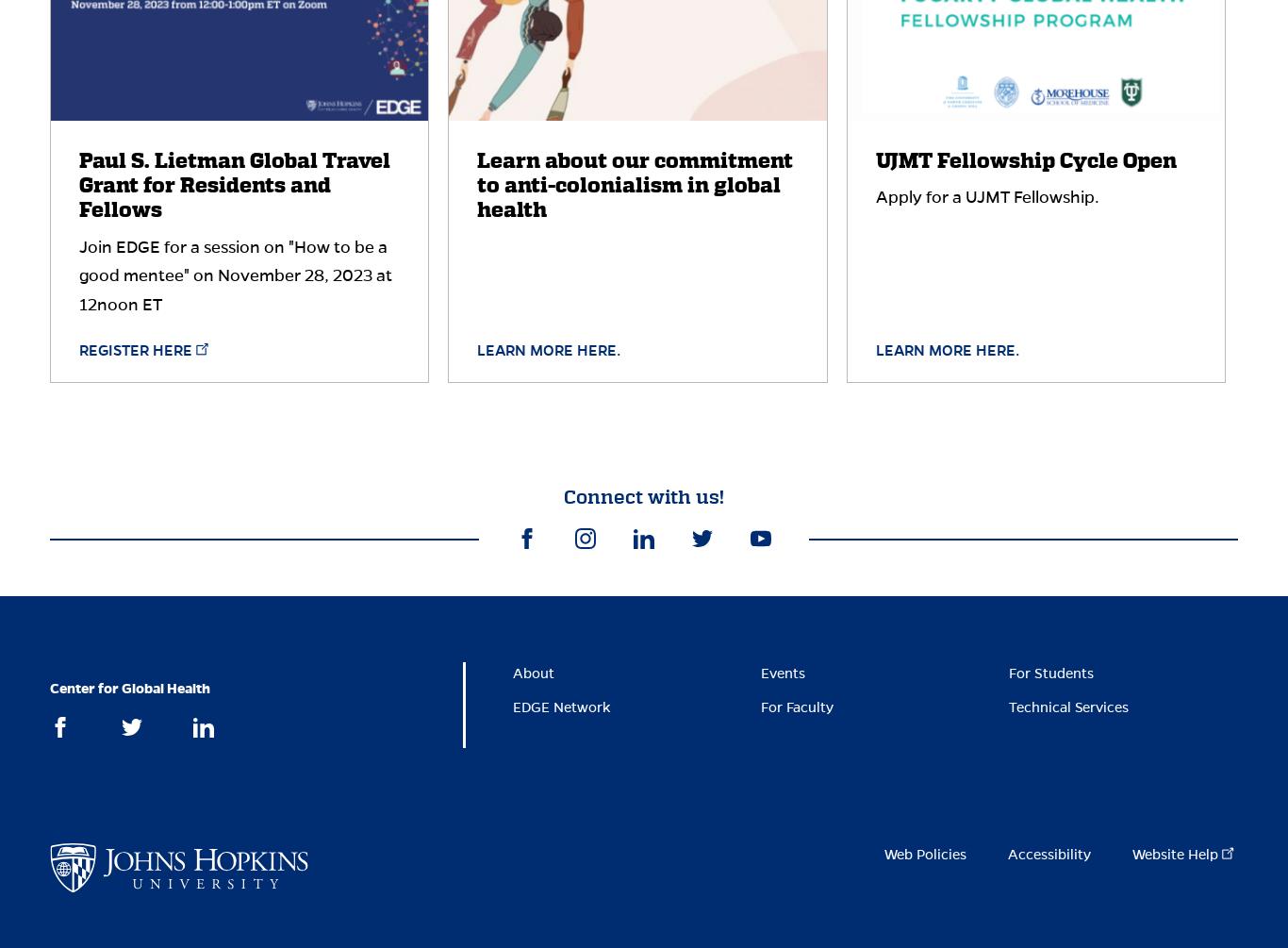 Image resolution: width=1288 pixels, height=948 pixels. Describe the element at coordinates (1024, 159) in the screenshot. I see `'UJMT Fellowship Cycle Open'` at that location.